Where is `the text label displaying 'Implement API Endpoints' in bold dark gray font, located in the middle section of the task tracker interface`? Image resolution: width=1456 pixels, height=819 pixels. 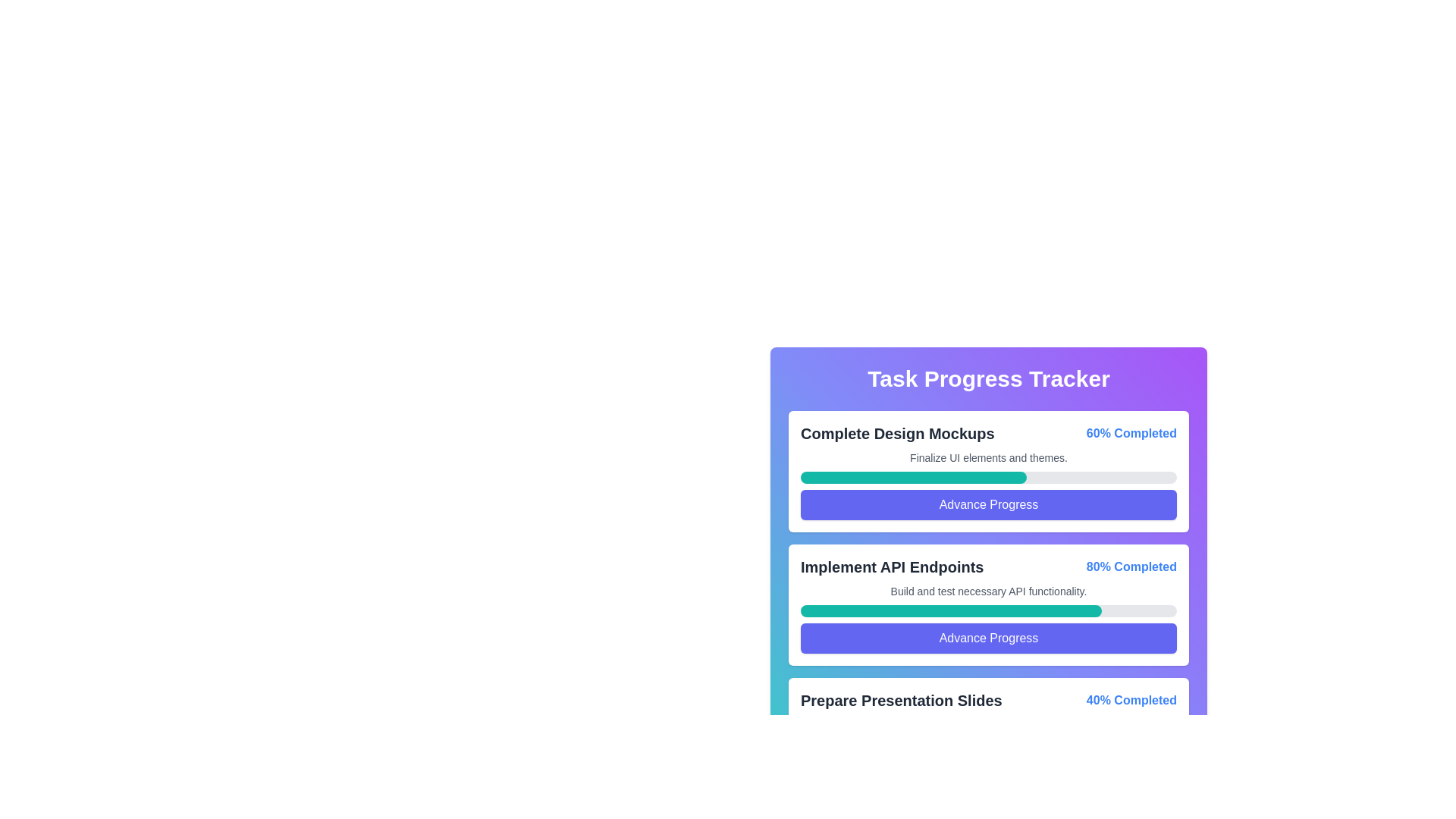 the text label displaying 'Implement API Endpoints' in bold dark gray font, located in the middle section of the task tracker interface is located at coordinates (892, 567).